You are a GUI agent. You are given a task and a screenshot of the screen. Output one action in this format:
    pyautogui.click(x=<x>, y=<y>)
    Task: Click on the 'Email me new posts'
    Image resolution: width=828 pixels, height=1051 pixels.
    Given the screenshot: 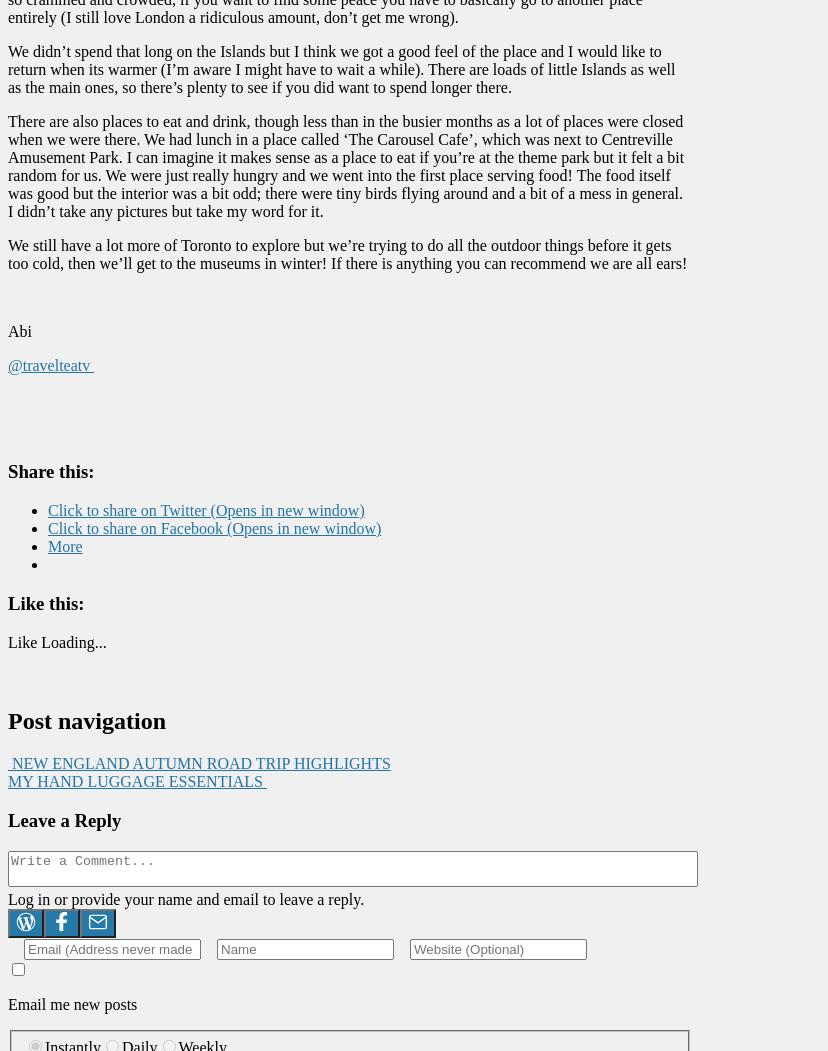 What is the action you would take?
    pyautogui.click(x=72, y=1003)
    